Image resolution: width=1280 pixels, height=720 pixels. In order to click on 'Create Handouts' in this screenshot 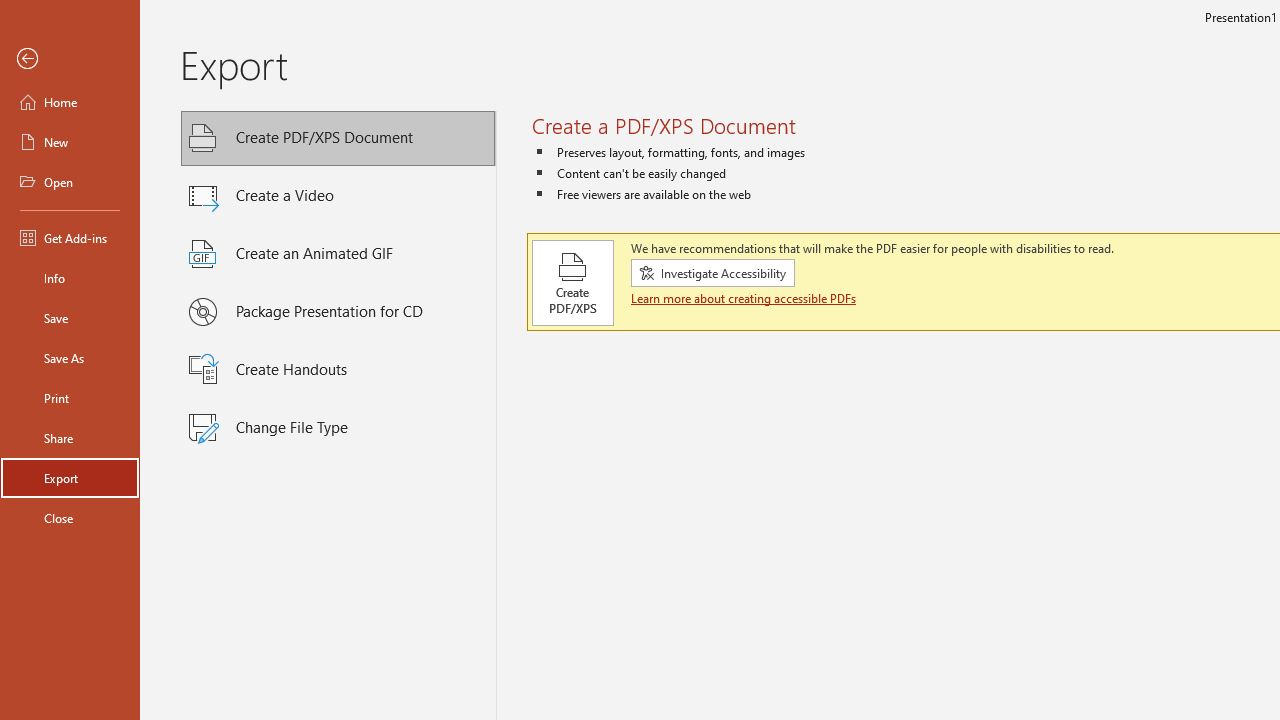, I will do `click(338, 370)`.